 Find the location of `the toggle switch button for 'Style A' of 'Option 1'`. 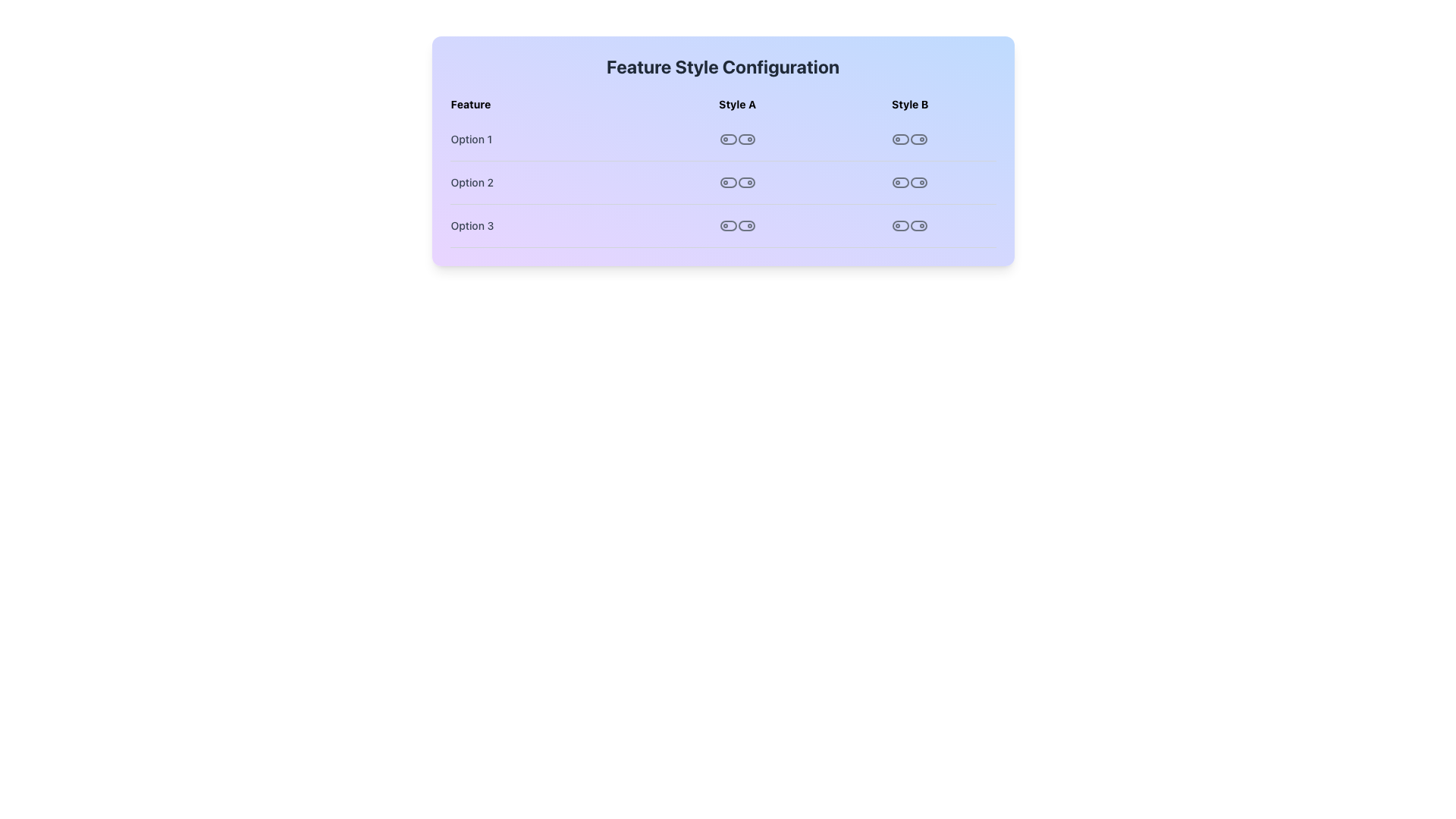

the toggle switch button for 'Style A' of 'Option 1' is located at coordinates (728, 140).